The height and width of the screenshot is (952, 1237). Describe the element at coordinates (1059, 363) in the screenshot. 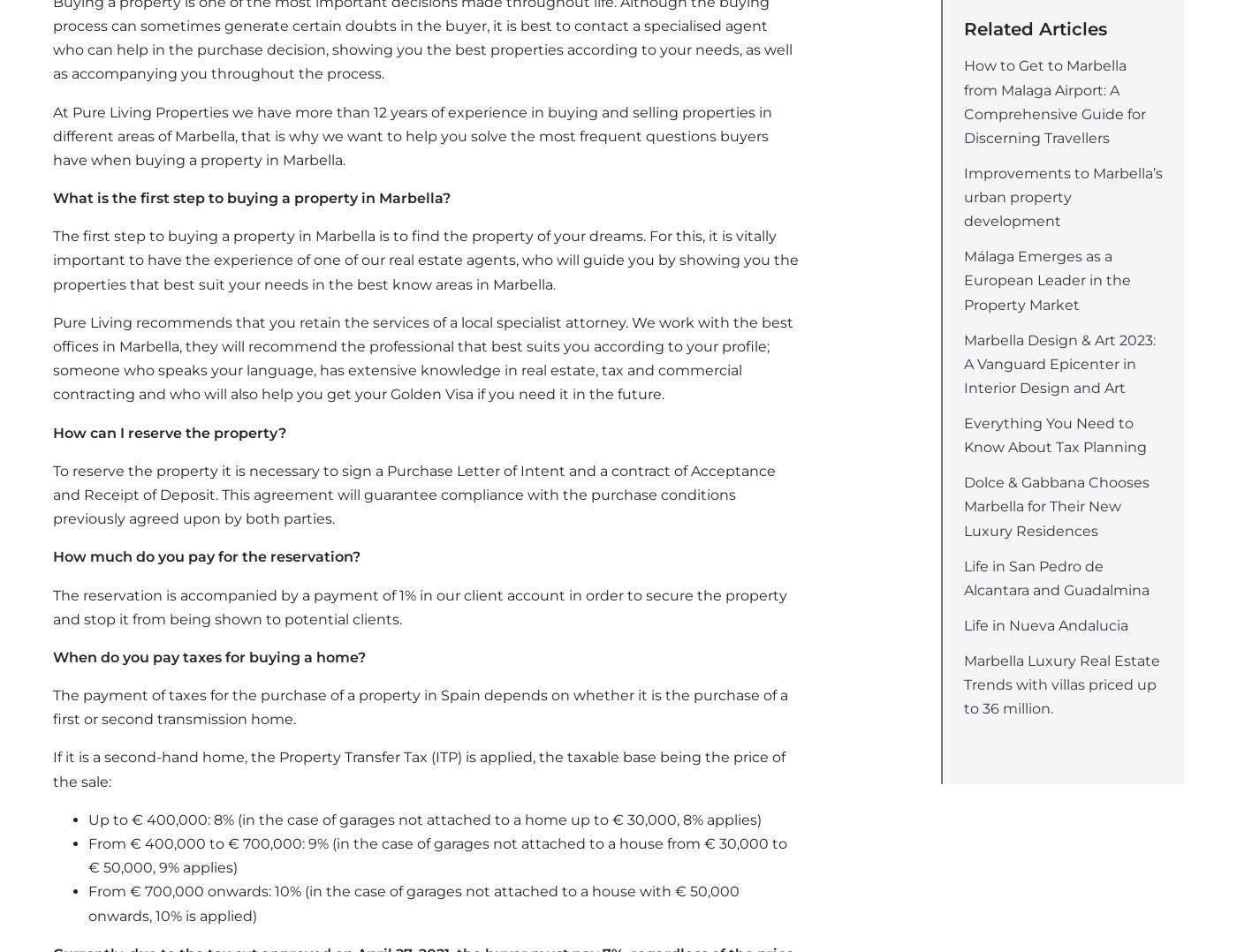

I see `'Marbella Design & Art 2023: A Vanguard Epicenter in Interior Design and Art'` at that location.